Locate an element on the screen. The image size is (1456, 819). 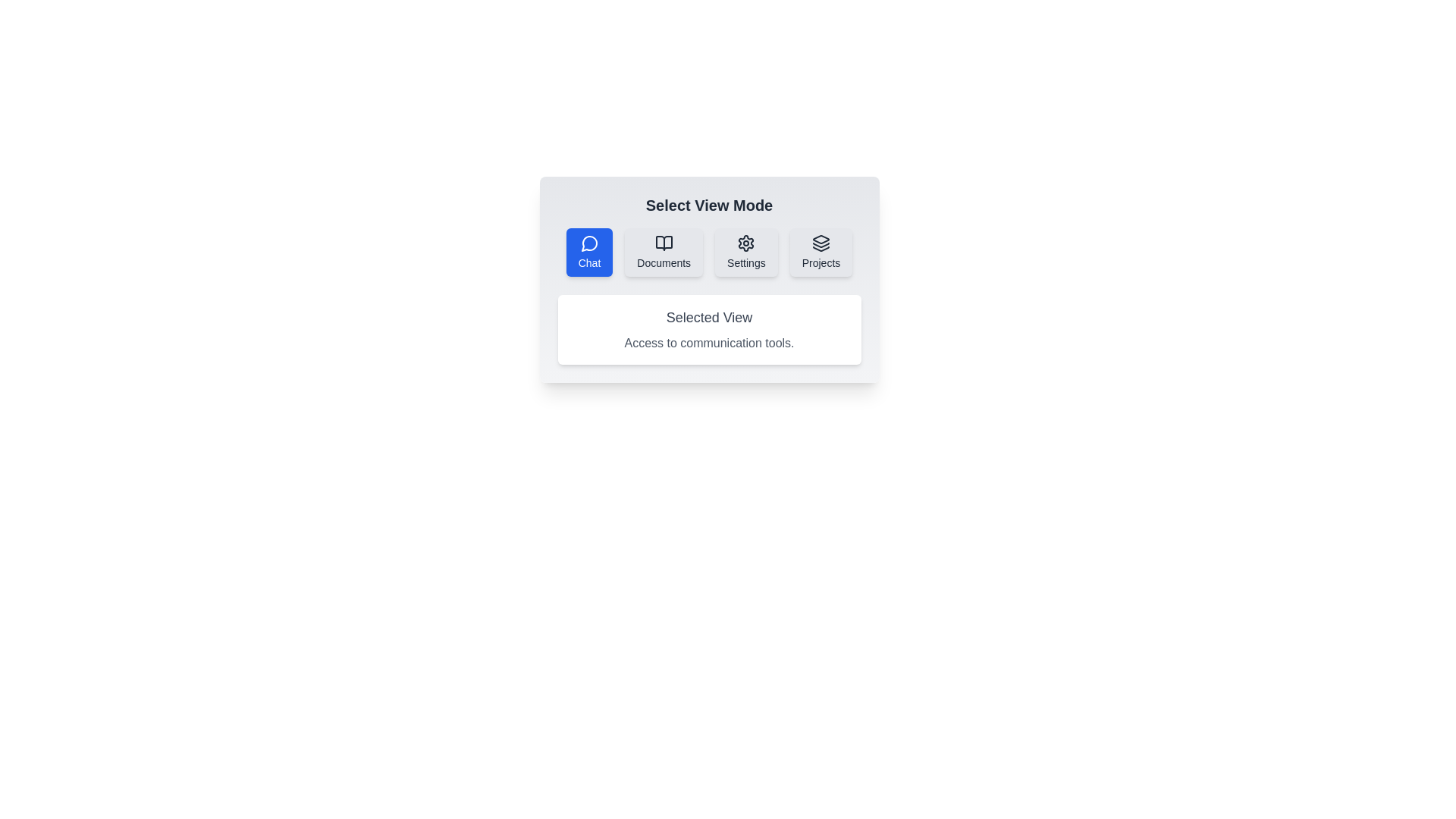
the view mode by clicking on the button corresponding to Projects is located at coordinates (821, 251).